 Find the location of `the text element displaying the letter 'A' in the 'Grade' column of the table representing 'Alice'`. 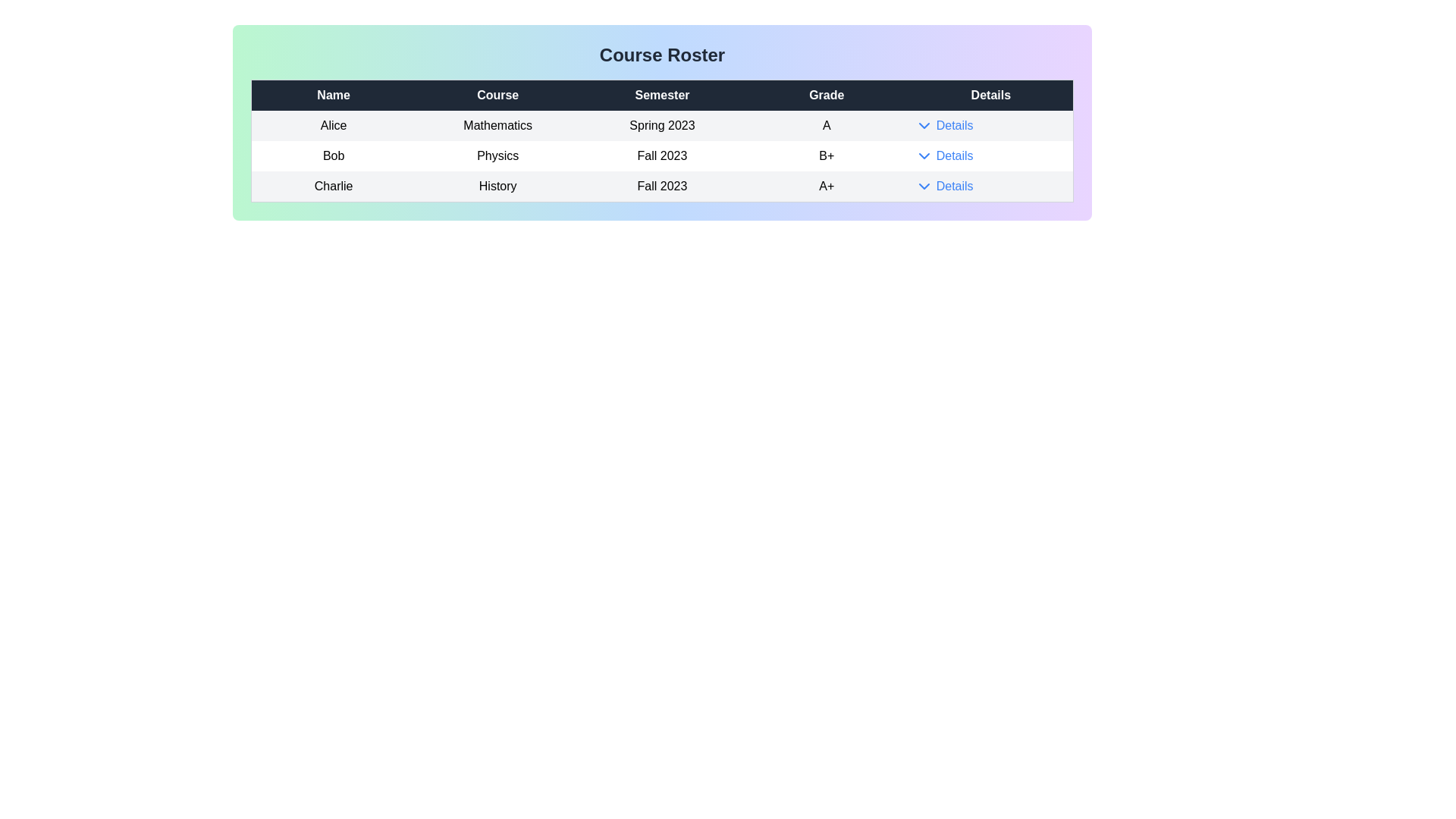

the text element displaying the letter 'A' in the 'Grade' column of the table representing 'Alice' is located at coordinates (826, 124).